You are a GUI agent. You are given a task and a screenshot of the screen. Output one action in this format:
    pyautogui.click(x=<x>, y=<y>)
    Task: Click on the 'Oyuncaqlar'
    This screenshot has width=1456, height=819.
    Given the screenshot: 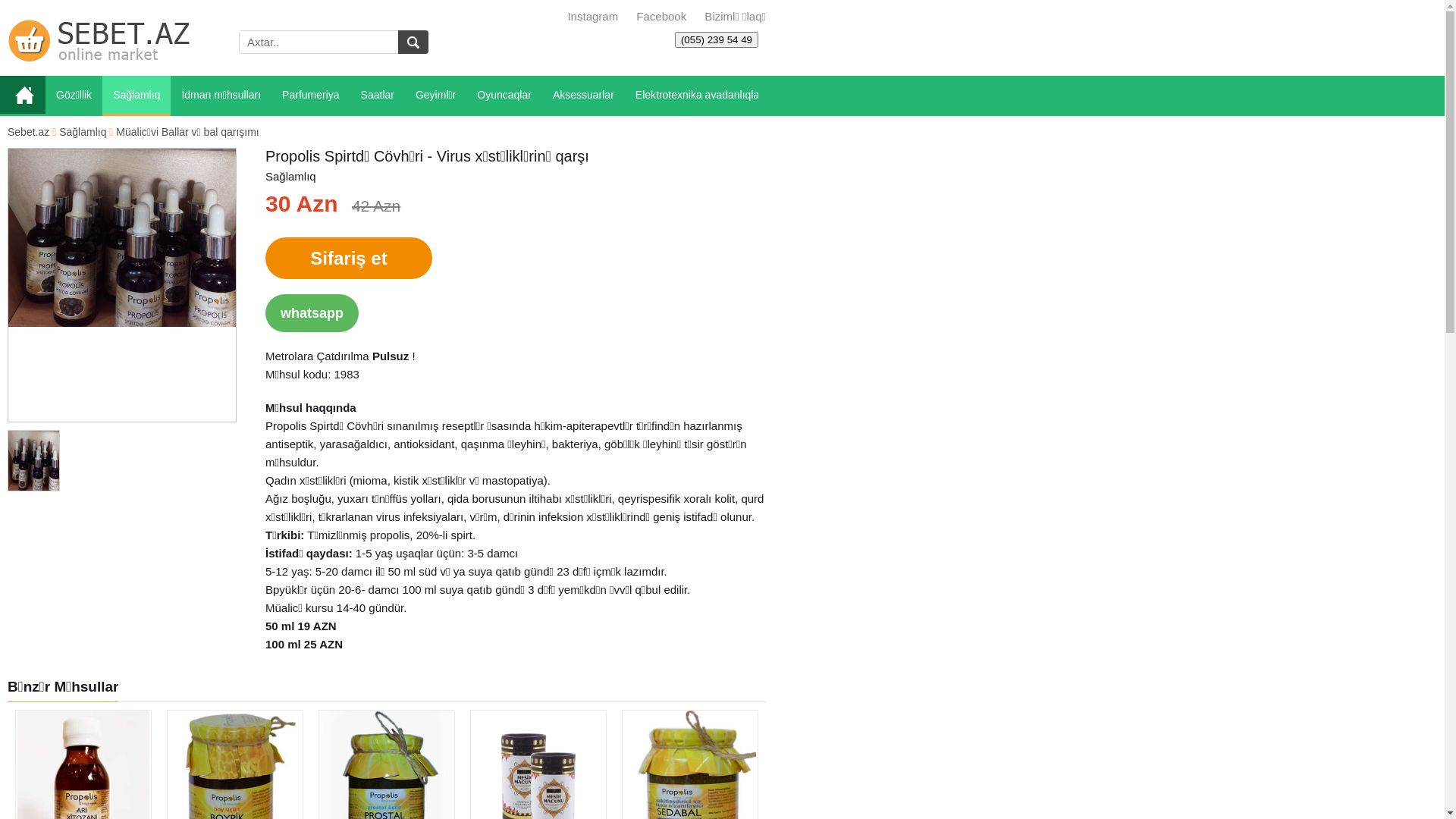 What is the action you would take?
    pyautogui.click(x=465, y=96)
    